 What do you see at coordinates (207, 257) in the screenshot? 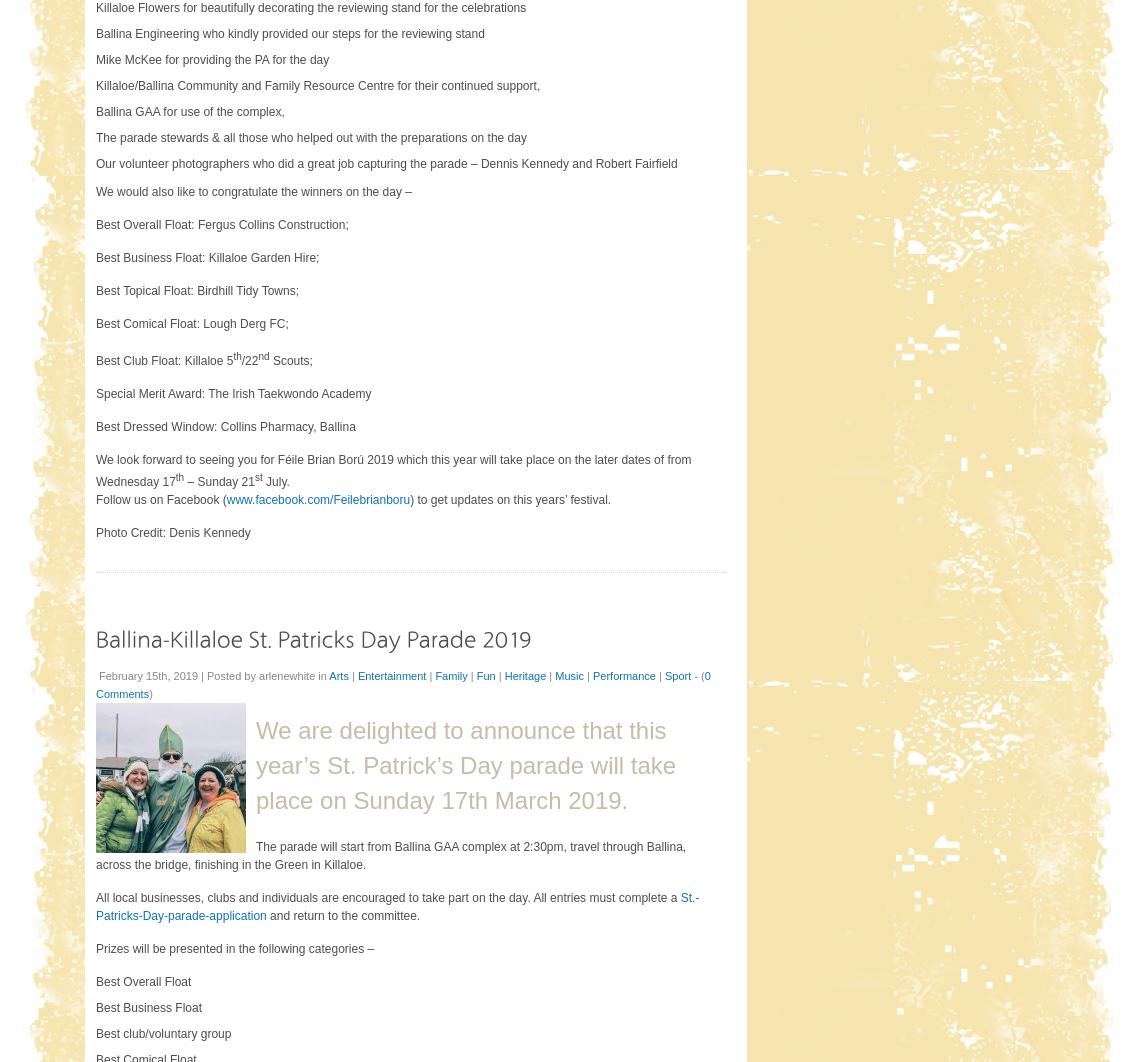
I see `'Best Business Float: Killaloe Garden Hire;'` at bounding box center [207, 257].